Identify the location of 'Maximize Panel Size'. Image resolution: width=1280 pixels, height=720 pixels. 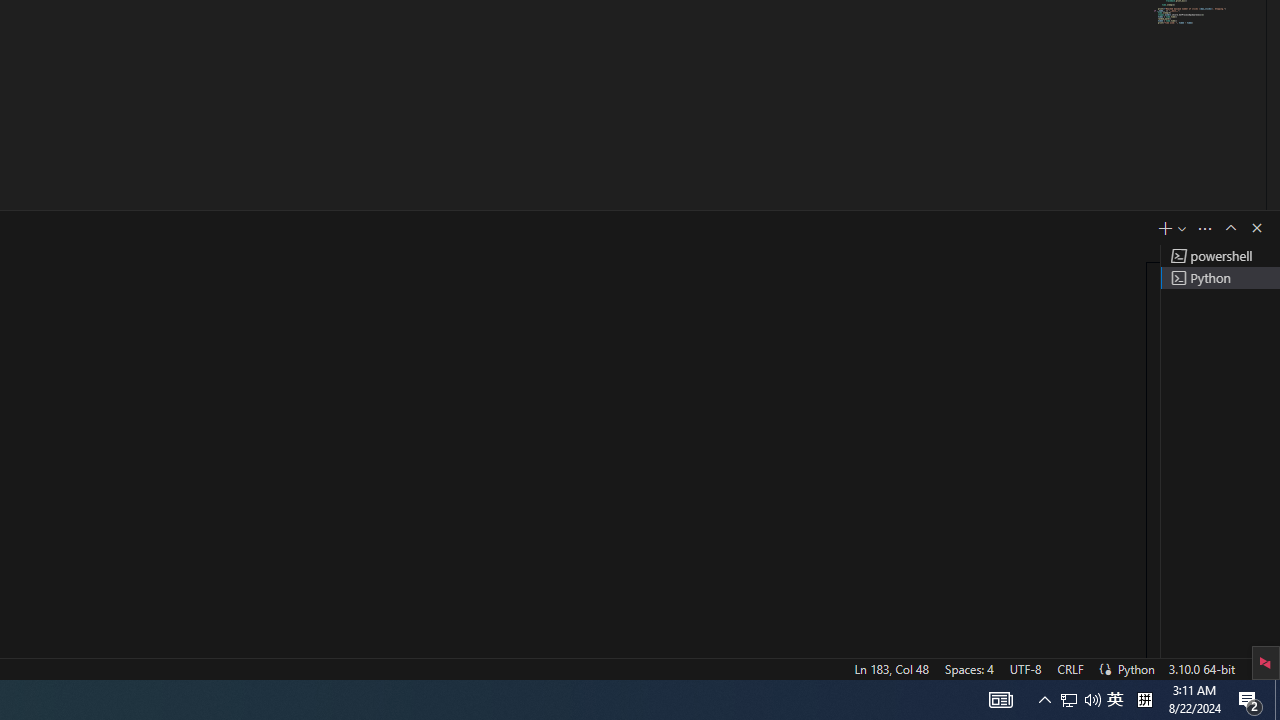
(1229, 226).